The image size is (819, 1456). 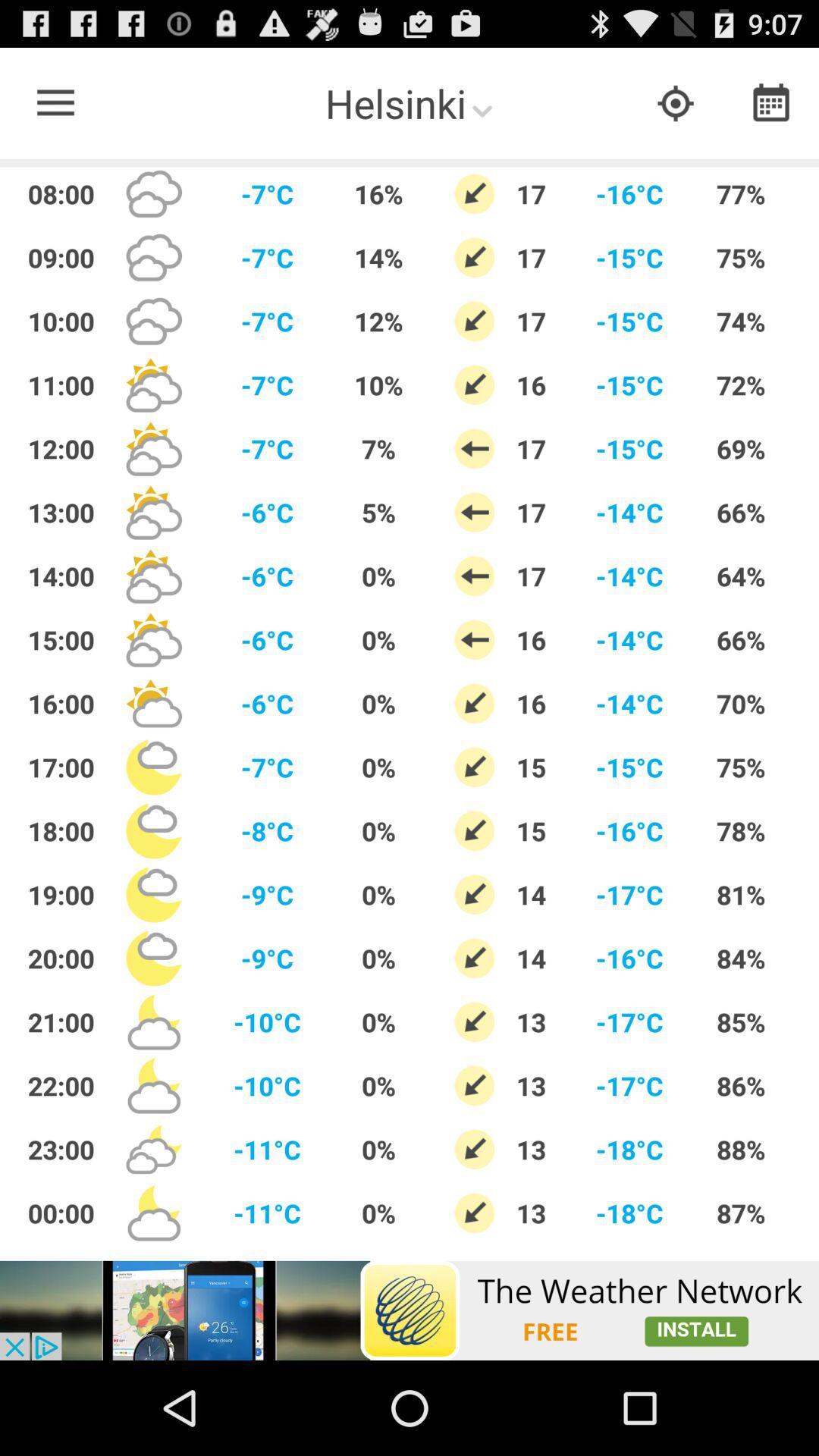 I want to click on advertisement, so click(x=409, y=1310).